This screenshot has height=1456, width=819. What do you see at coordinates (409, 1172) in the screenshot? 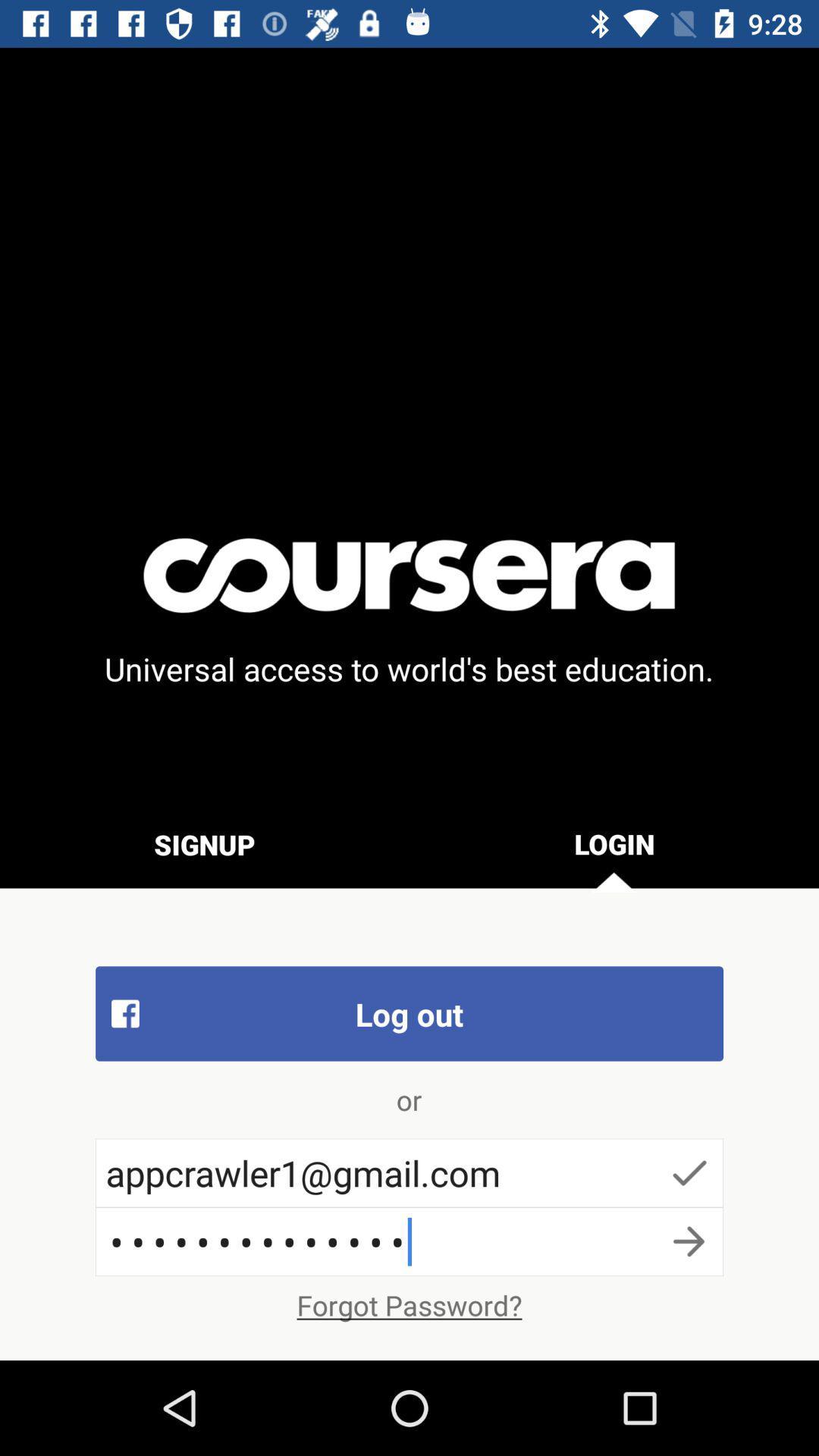
I see `the appcrawler1@gmail.com item` at bounding box center [409, 1172].